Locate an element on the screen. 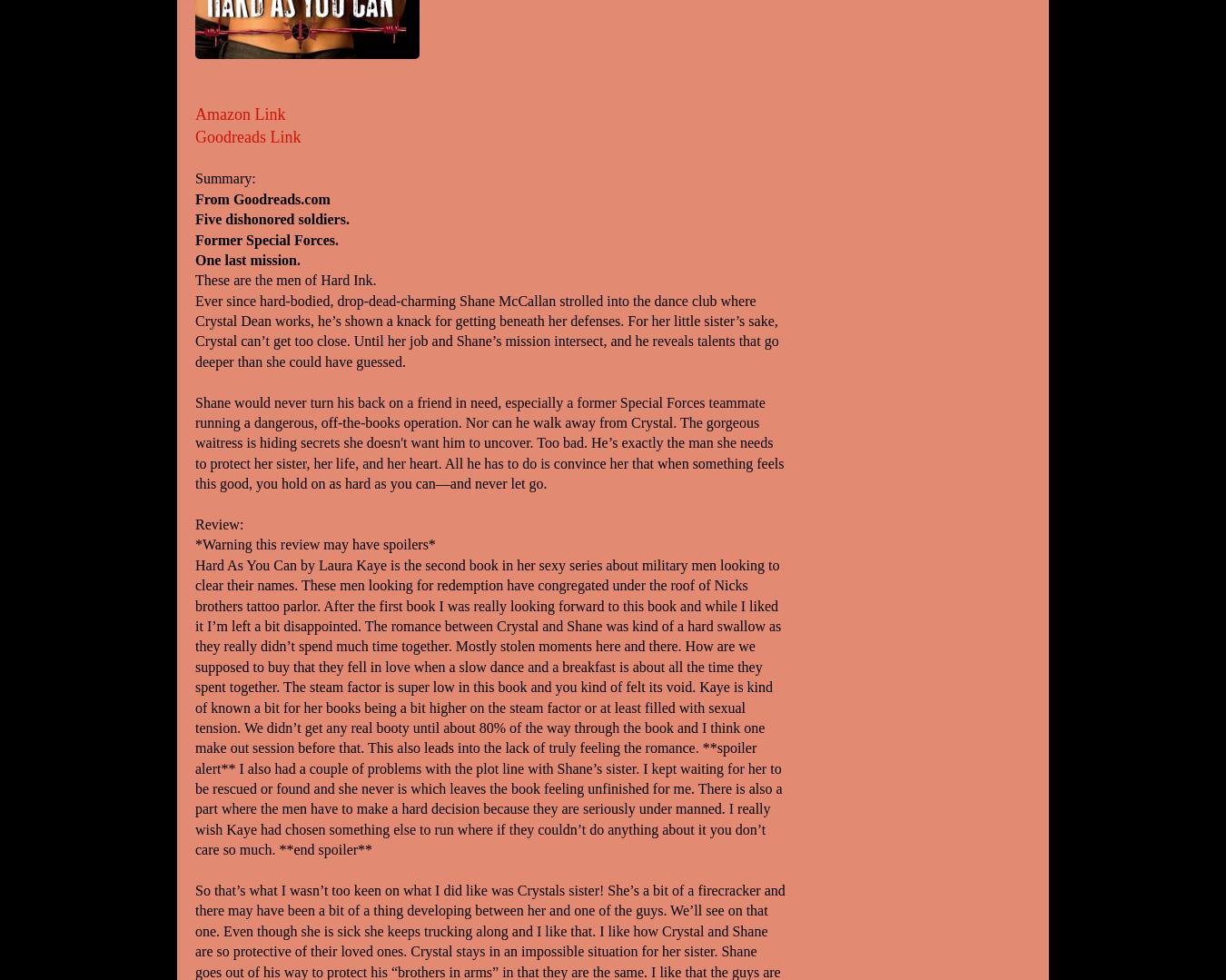 The width and height of the screenshot is (1226, 980). '*Warning this review may have spoilers*' is located at coordinates (314, 544).